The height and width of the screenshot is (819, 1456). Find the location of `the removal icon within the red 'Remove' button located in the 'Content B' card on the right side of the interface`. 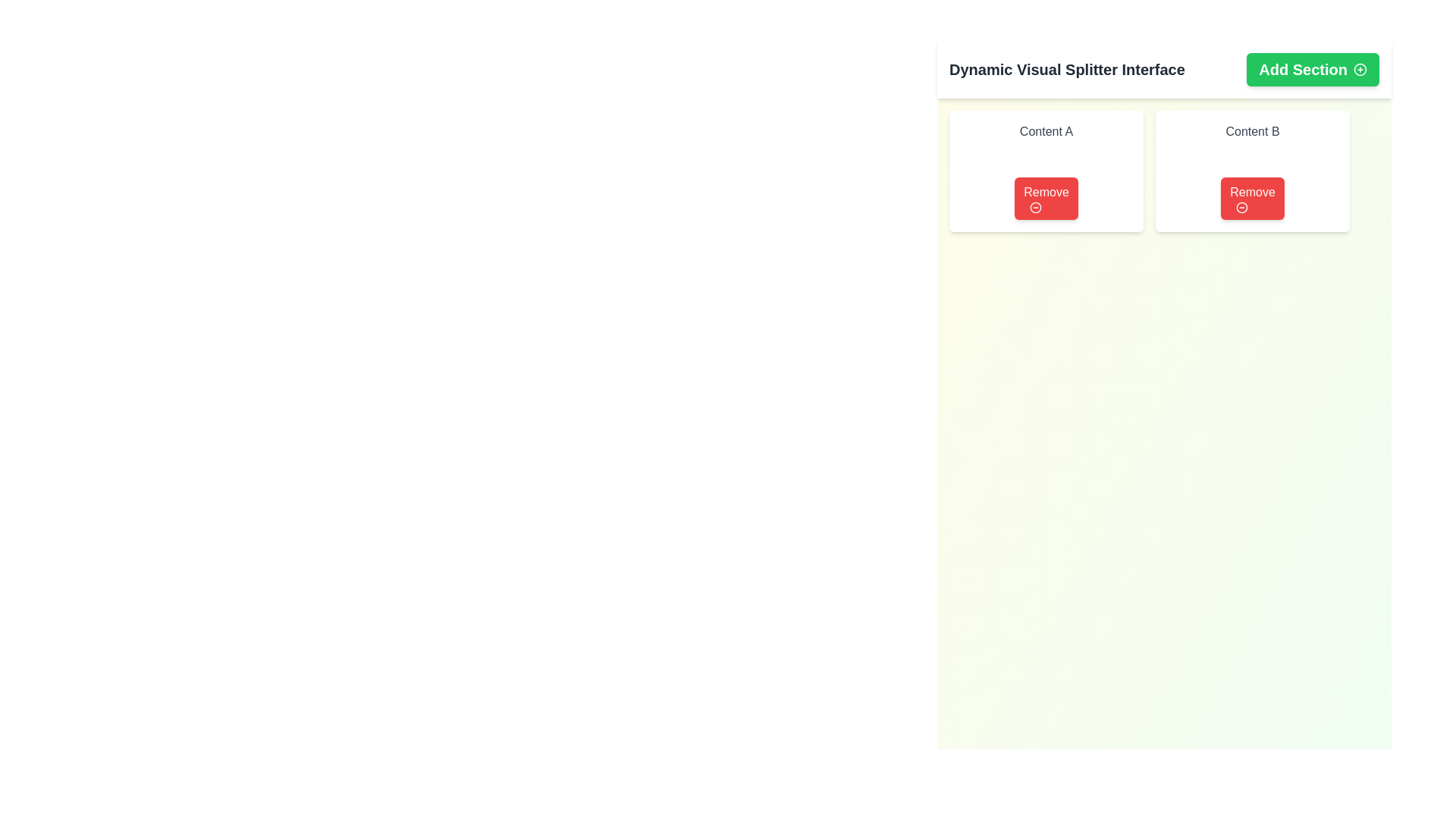

the removal icon within the red 'Remove' button located in the 'Content B' card on the right side of the interface is located at coordinates (1242, 207).